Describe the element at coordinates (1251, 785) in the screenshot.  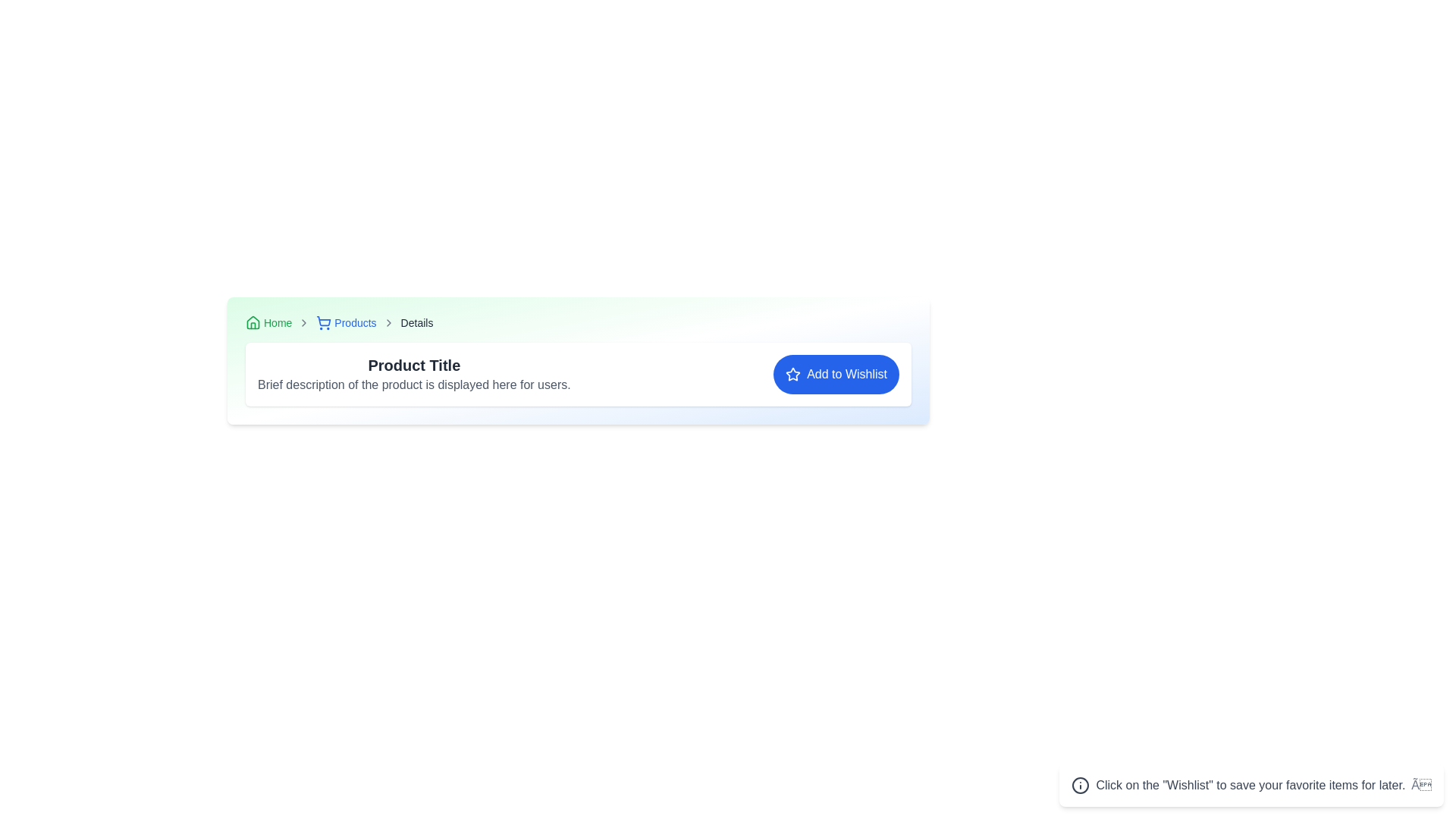
I see `the informational tooltip or notification located at the bottom right of the UI, which features a white background, rounded corners, and an information icon` at that location.